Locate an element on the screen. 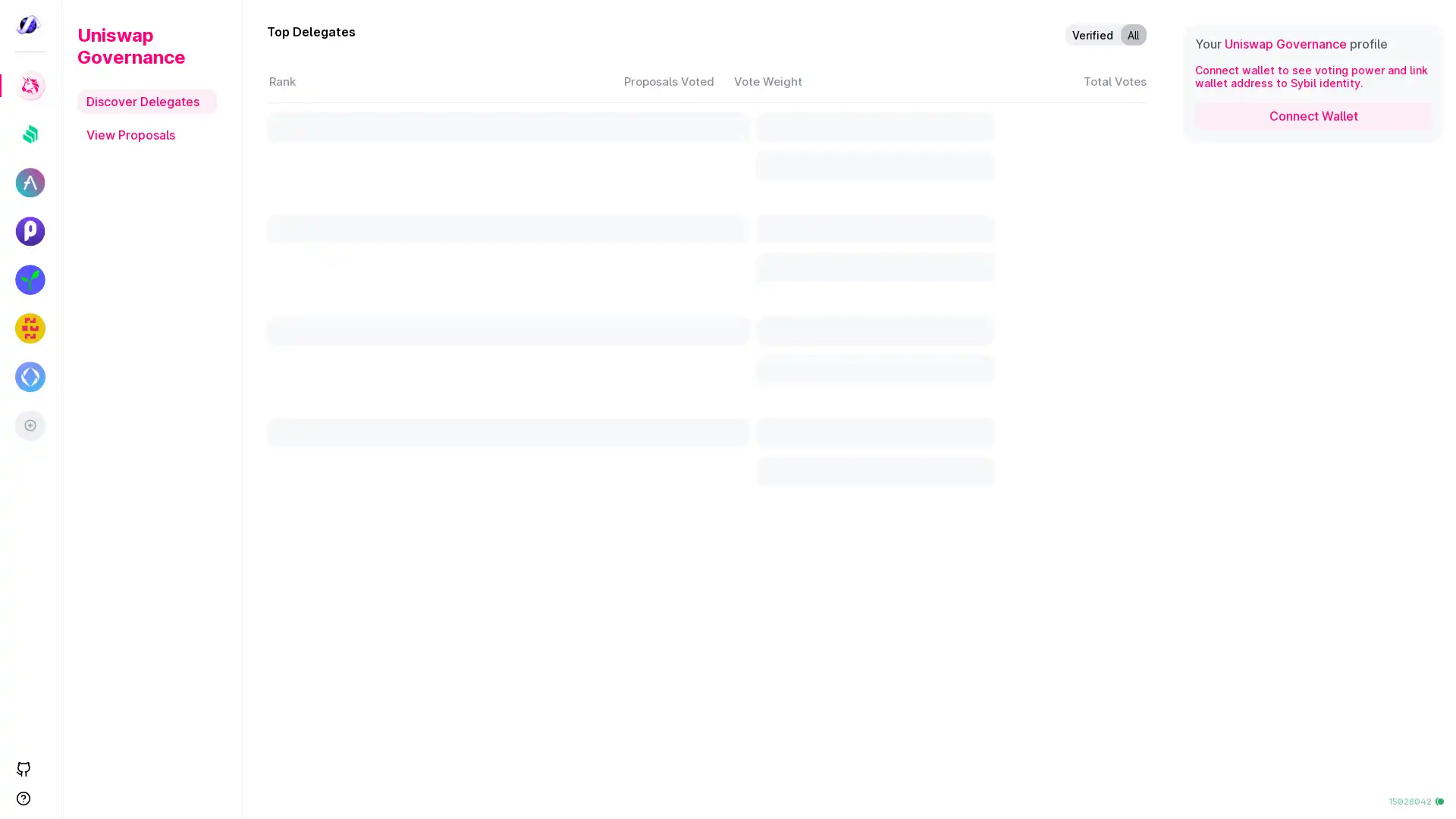 The image size is (1456, 819). Delegate is located at coordinates (1006, 689).